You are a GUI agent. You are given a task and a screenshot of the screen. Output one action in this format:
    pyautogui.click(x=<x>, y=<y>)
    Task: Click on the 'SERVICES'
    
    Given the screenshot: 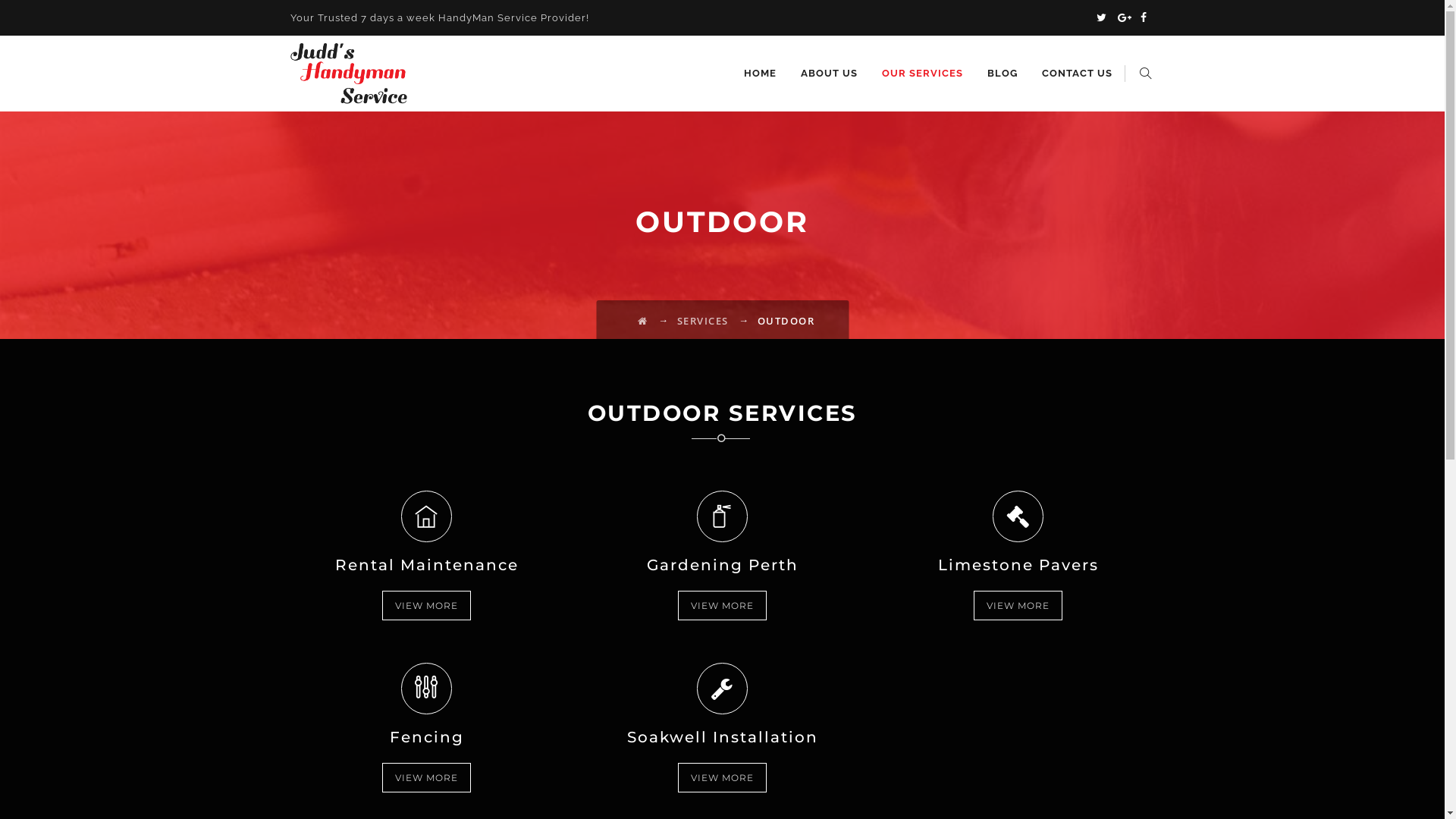 What is the action you would take?
    pyautogui.click(x=701, y=320)
    